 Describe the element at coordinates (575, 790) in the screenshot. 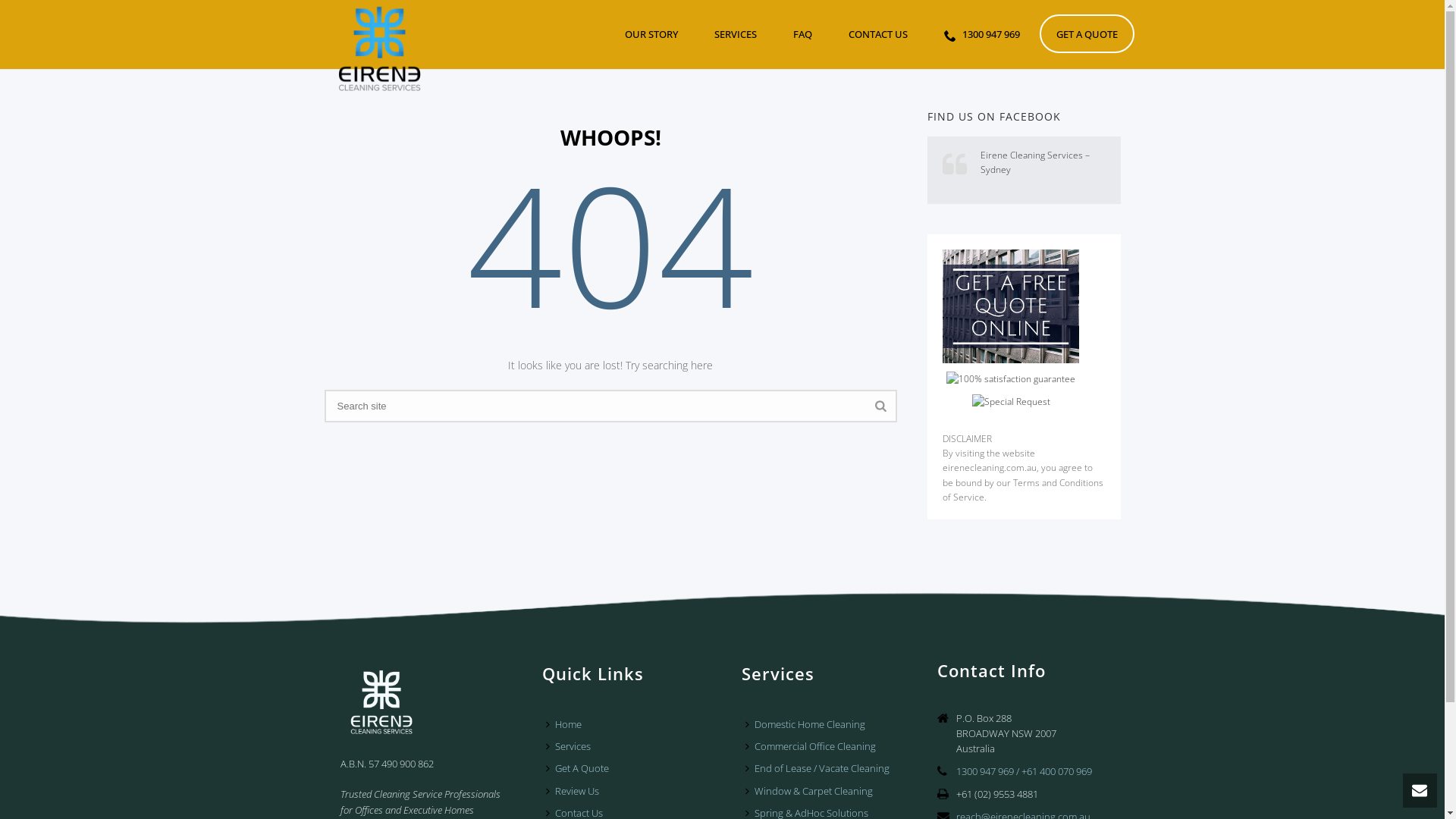

I see `'Review Us'` at that location.